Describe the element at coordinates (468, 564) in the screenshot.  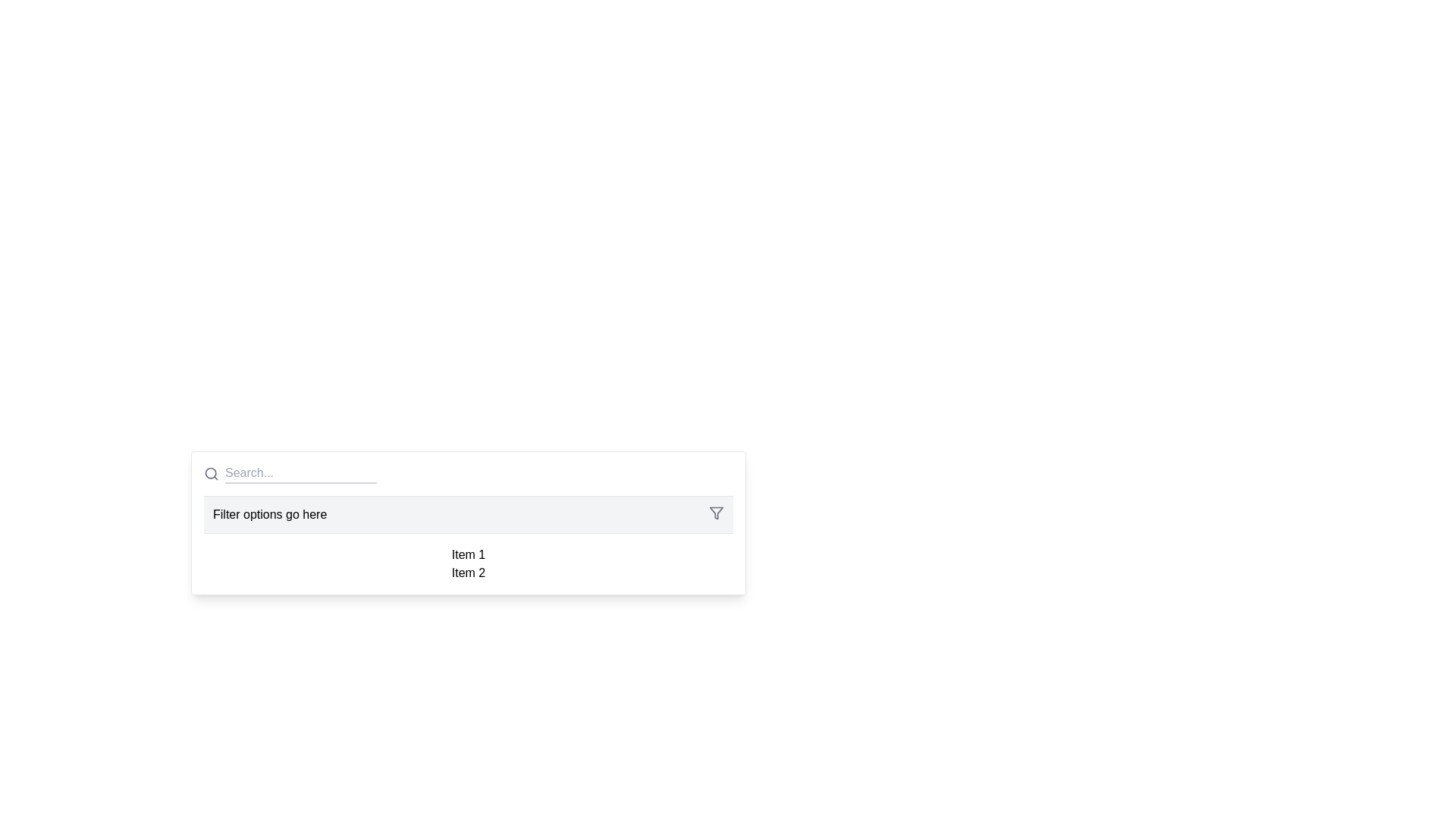
I see `the static text label or information panel that displays 'Item 1' and 'Item 2', located below 'Filter options go here'` at that location.